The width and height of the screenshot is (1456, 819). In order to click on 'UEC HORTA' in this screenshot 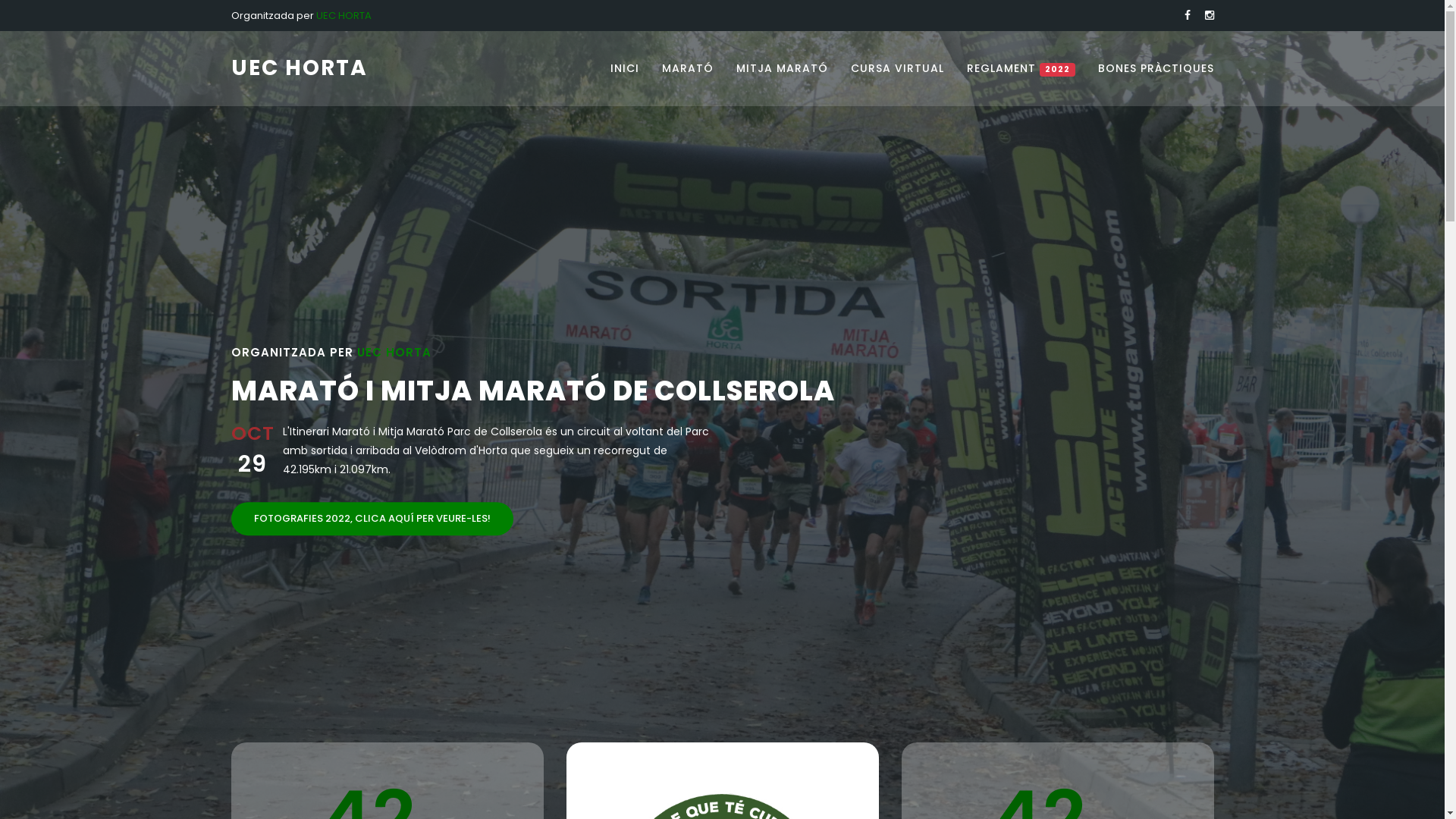, I will do `click(342, 15)`.